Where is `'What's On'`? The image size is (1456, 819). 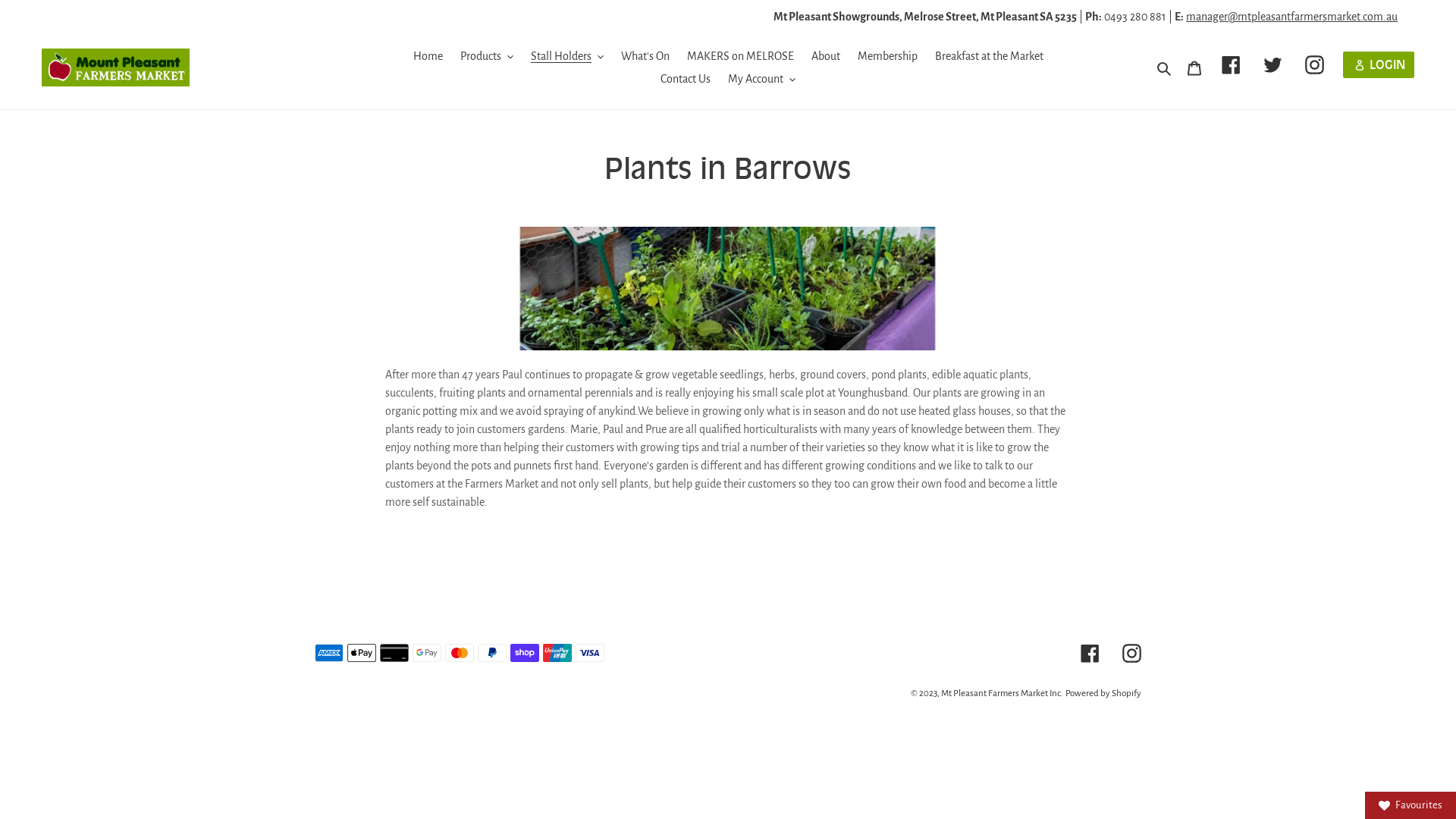 'What's On' is located at coordinates (612, 55).